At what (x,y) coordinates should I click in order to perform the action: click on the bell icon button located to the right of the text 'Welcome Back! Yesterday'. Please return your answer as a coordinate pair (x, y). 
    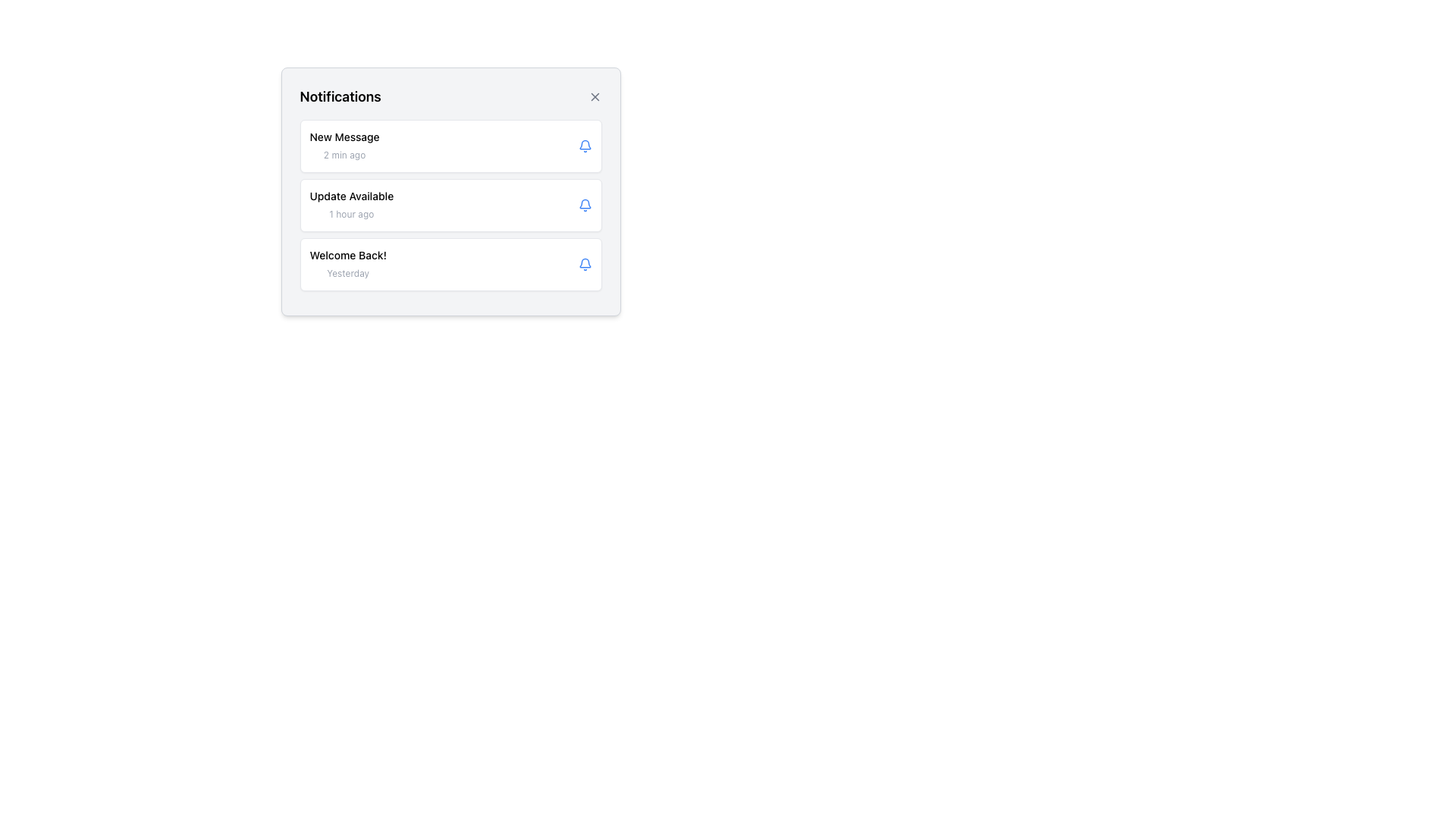
    Looking at the image, I should click on (584, 263).